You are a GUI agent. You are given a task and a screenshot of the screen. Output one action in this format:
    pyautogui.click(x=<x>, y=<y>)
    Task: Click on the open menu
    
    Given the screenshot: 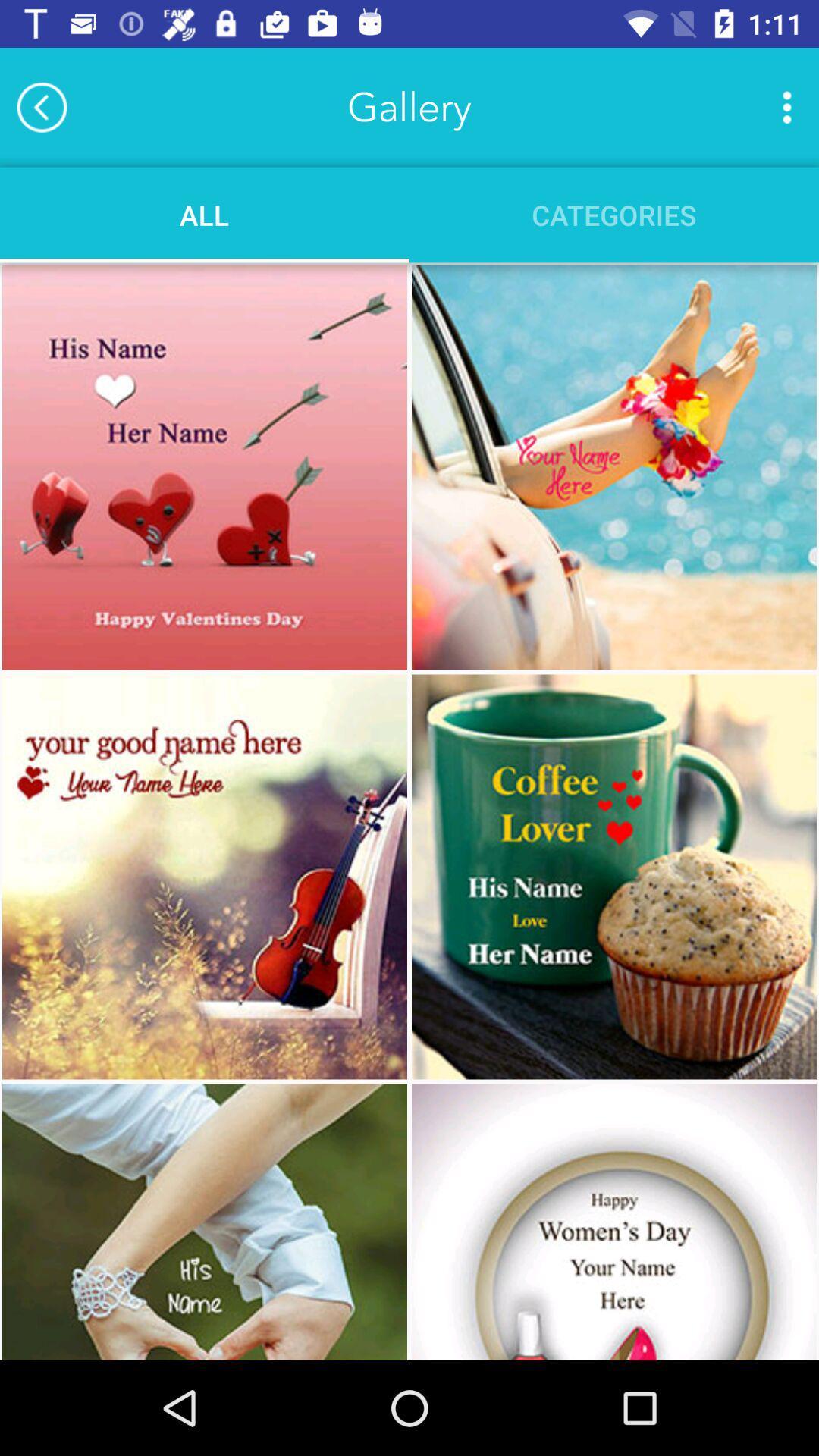 What is the action you would take?
    pyautogui.click(x=786, y=106)
    